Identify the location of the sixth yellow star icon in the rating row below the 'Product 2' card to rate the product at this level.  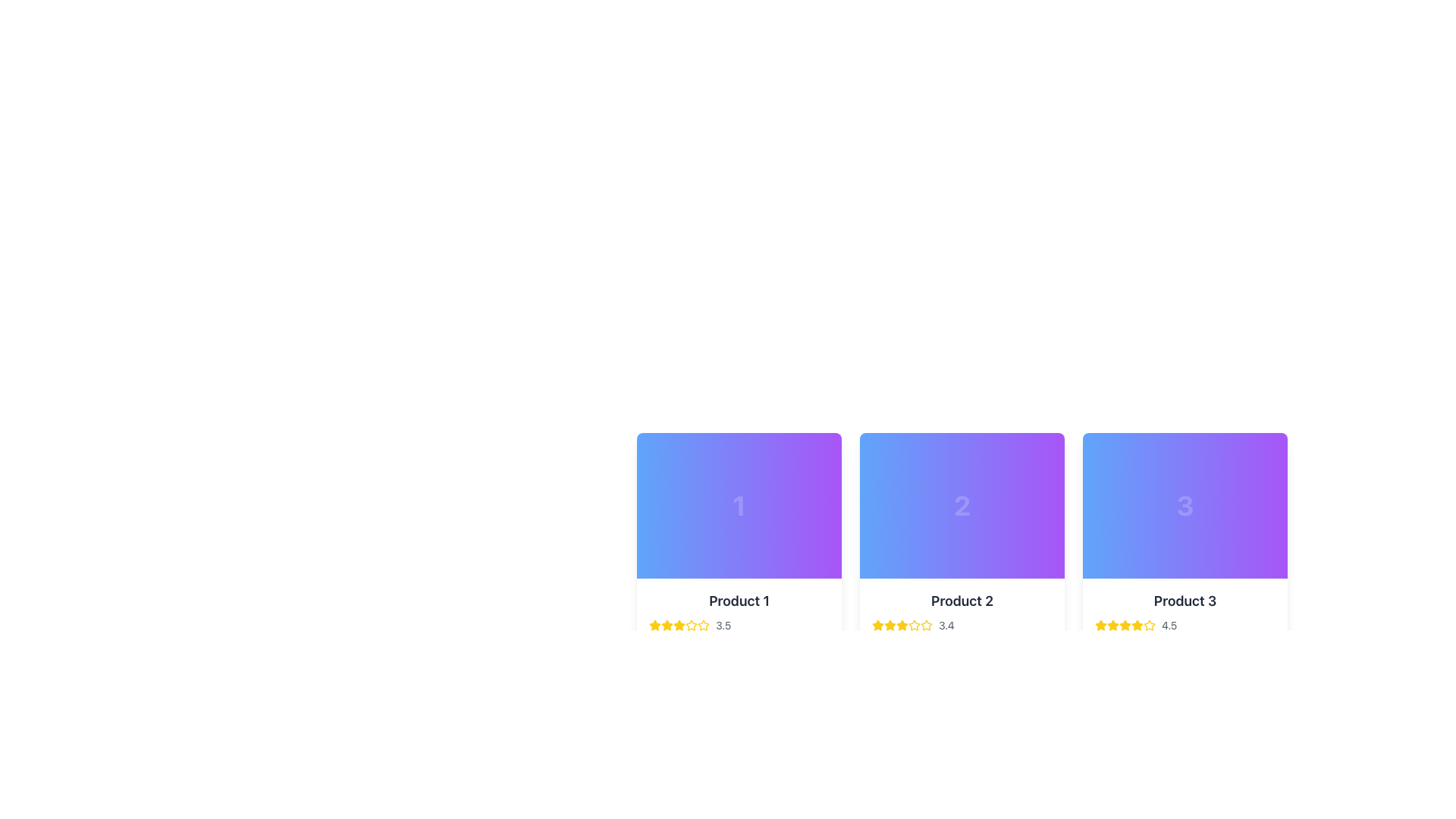
(913, 626).